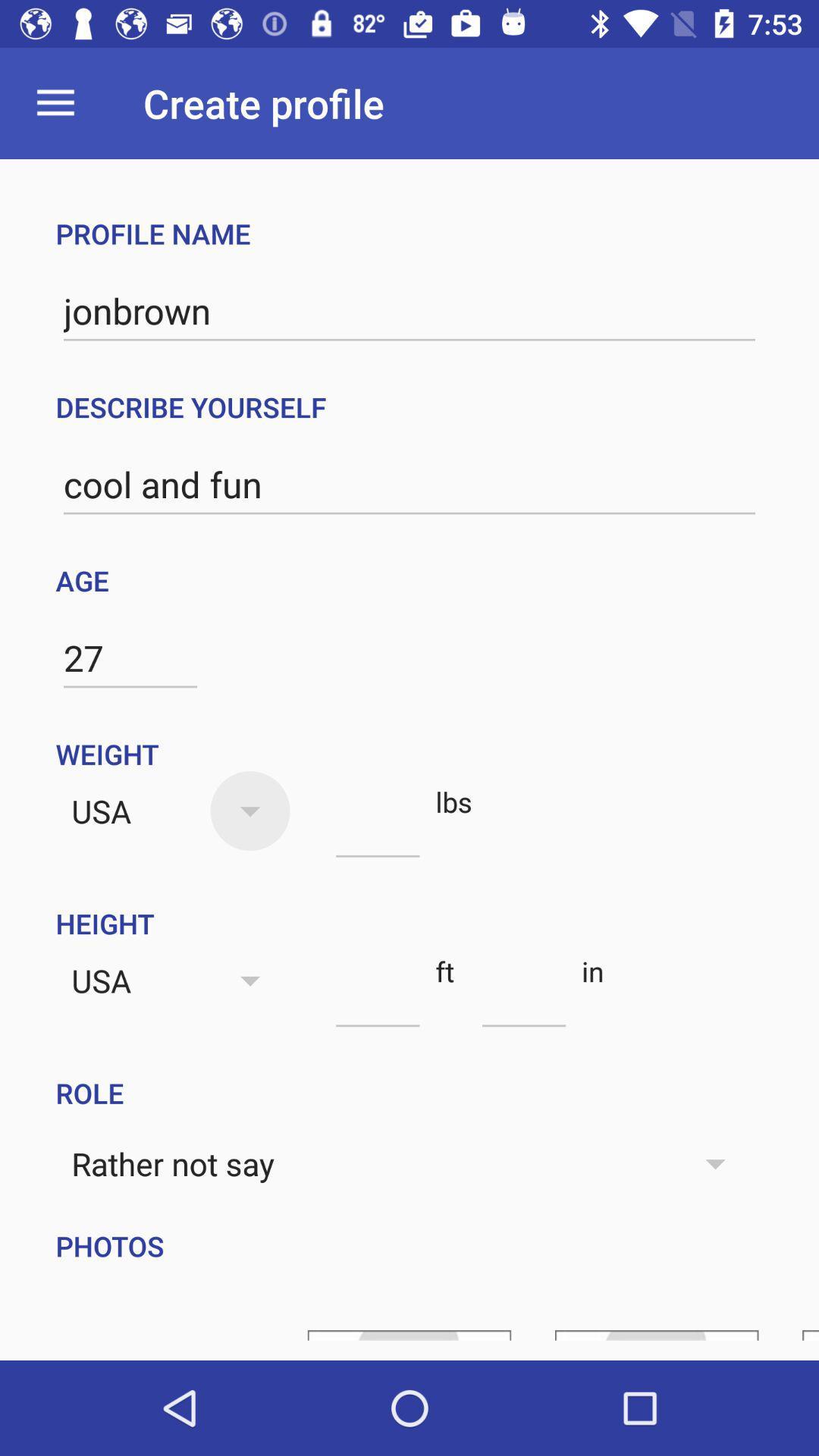  I want to click on the item below weight item, so click(377, 829).